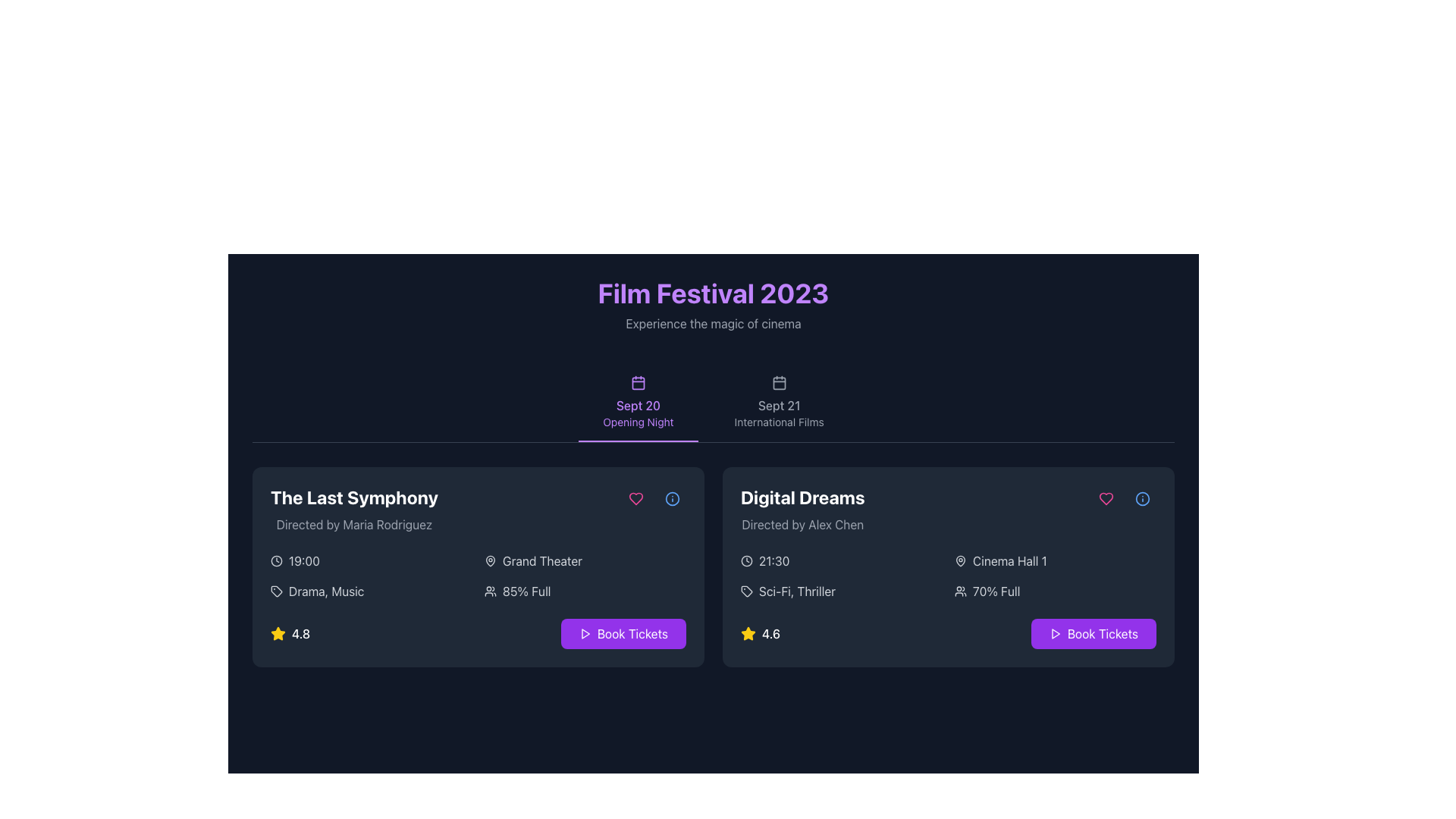 The width and height of the screenshot is (1456, 819). I want to click on the minimalist purple-accented calendar icon located above the text 'Sept 20' and 'Opening Night' in the section for 'Film Festival 2023', so click(638, 382).